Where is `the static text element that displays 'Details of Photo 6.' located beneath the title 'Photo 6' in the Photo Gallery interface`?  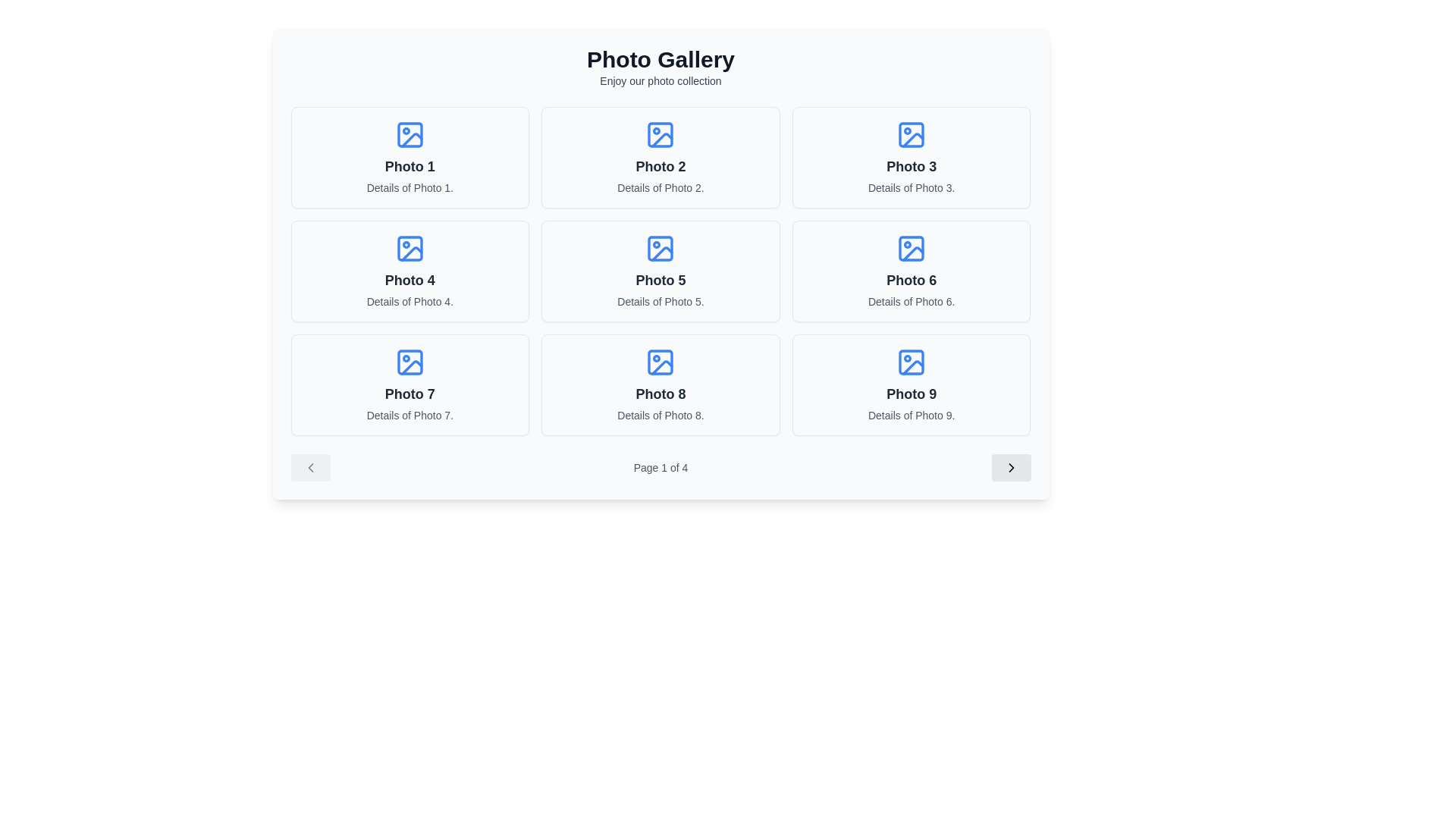 the static text element that displays 'Details of Photo 6.' located beneath the title 'Photo 6' in the Photo Gallery interface is located at coordinates (911, 301).